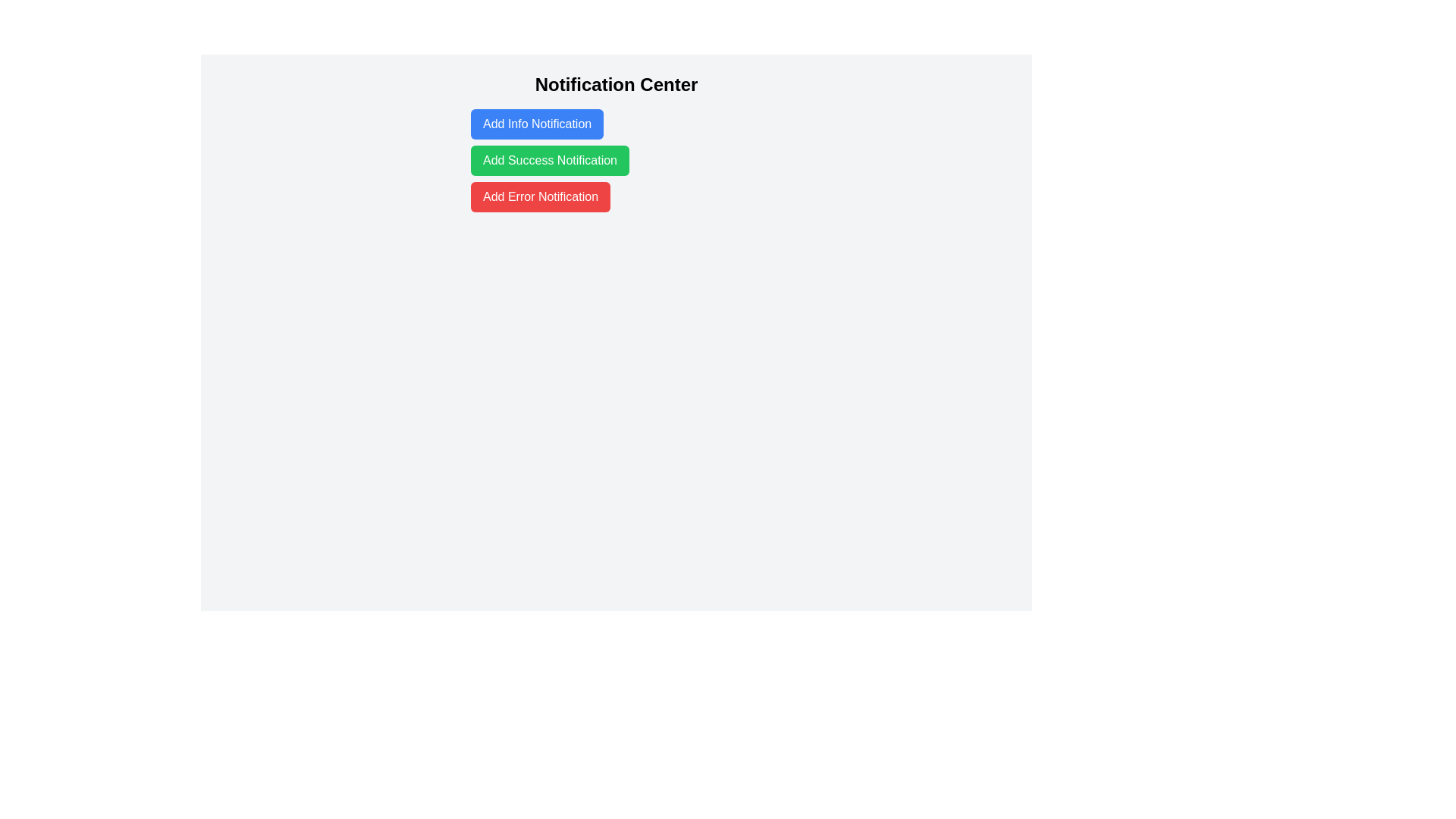 The height and width of the screenshot is (819, 1456). Describe the element at coordinates (616, 84) in the screenshot. I see `the 'Notification Center' text label, which is prominently displayed in a bold, large font at the upper-center of the interface, serving as the title for the section` at that location.